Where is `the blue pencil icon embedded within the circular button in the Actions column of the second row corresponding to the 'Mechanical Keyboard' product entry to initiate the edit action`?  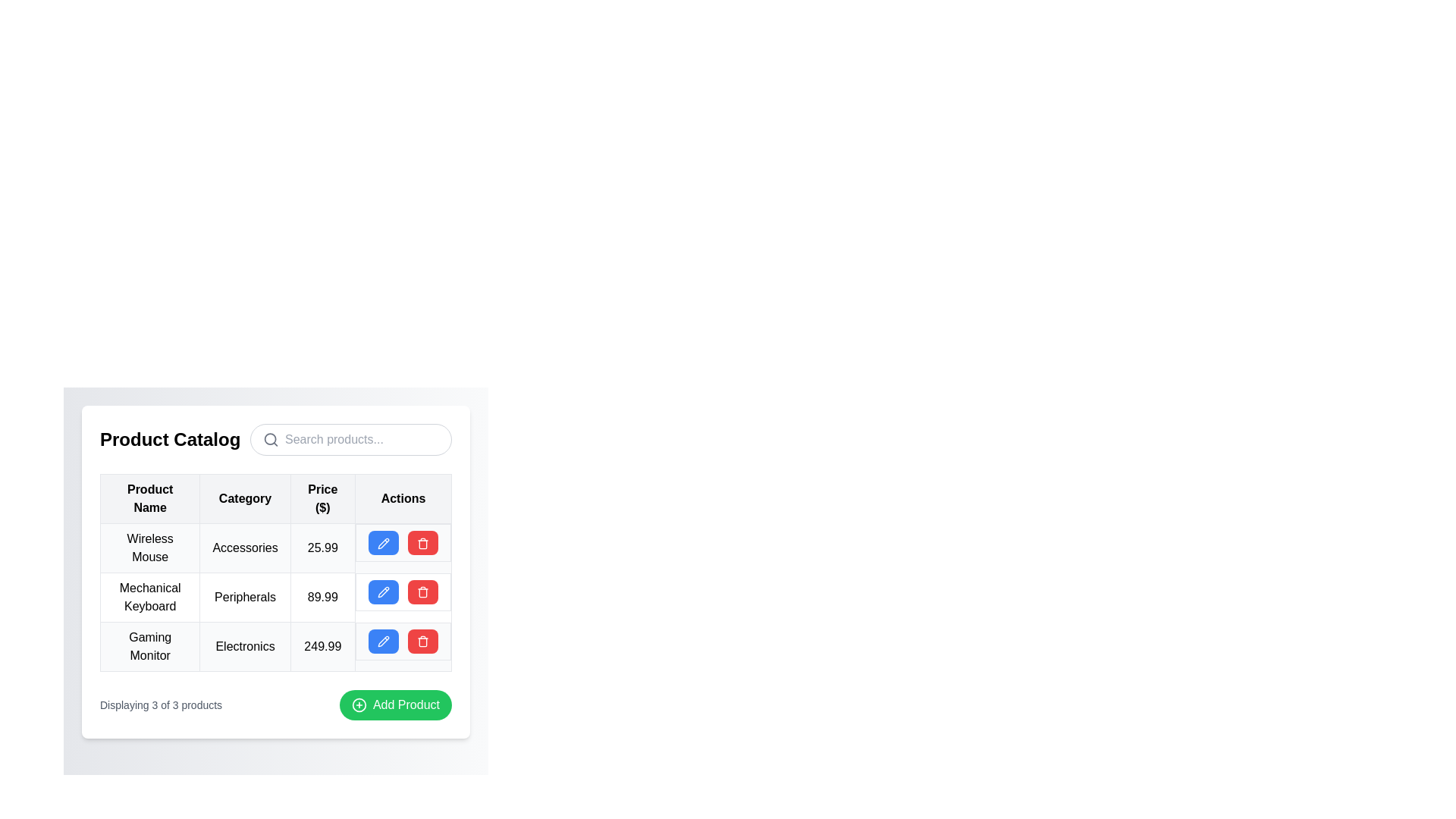 the blue pencil icon embedded within the circular button in the Actions column of the second row corresponding to the 'Mechanical Keyboard' product entry to initiate the edit action is located at coordinates (383, 591).